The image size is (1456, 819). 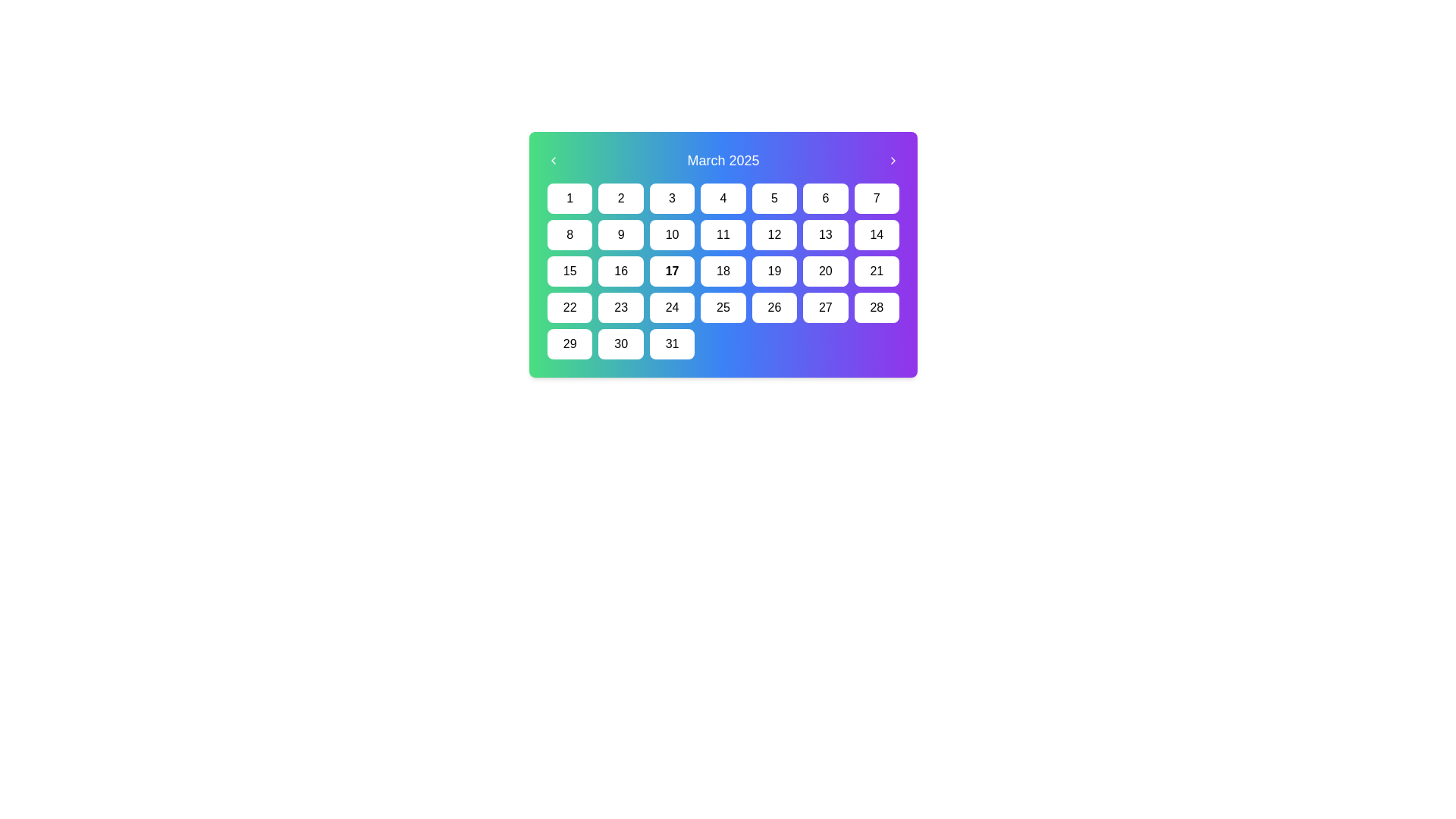 I want to click on the button labeled '7' in the top-right corner of the calendar grid, so click(x=877, y=198).